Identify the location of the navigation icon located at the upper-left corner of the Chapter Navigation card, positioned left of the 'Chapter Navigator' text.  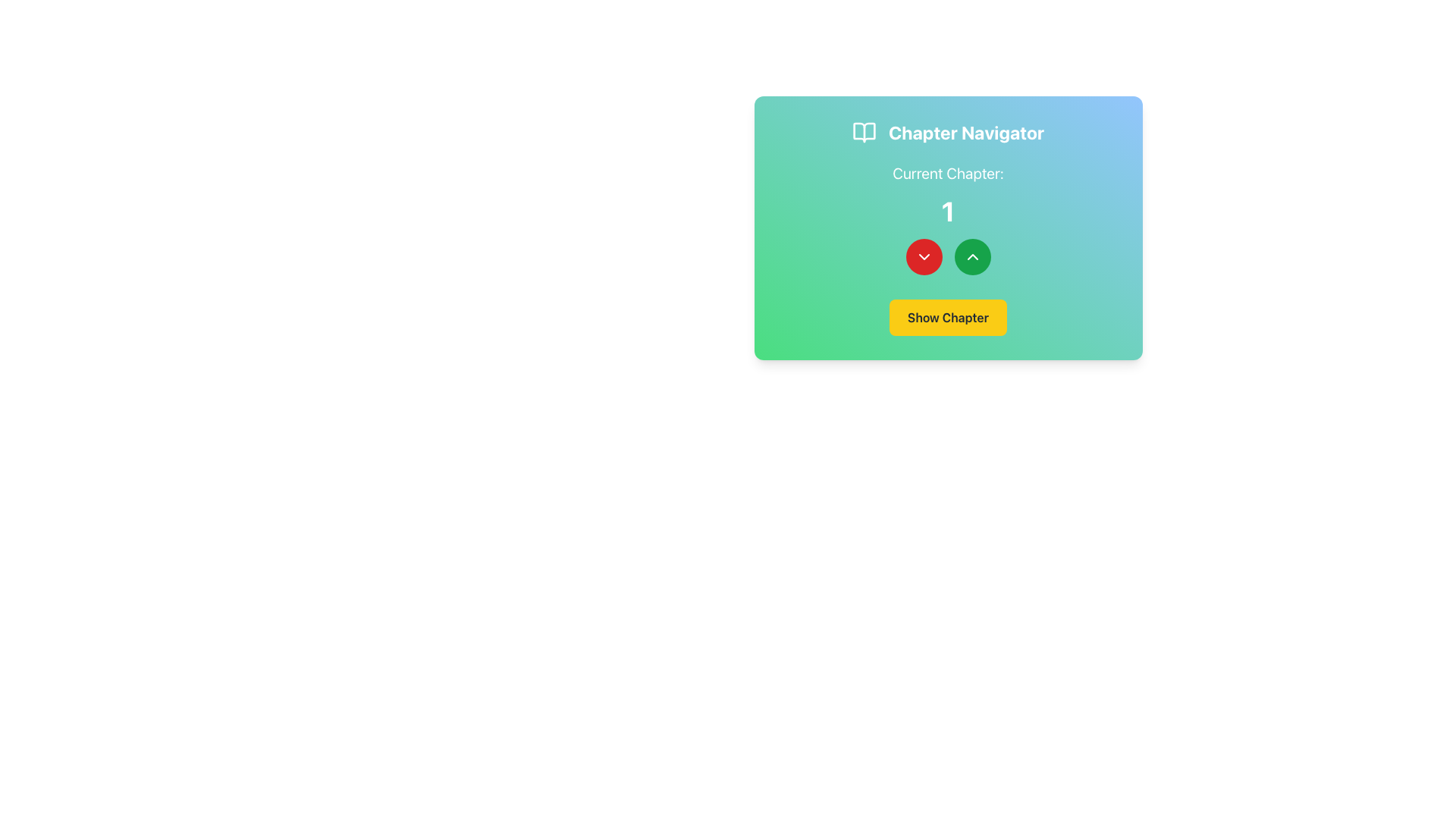
(864, 131).